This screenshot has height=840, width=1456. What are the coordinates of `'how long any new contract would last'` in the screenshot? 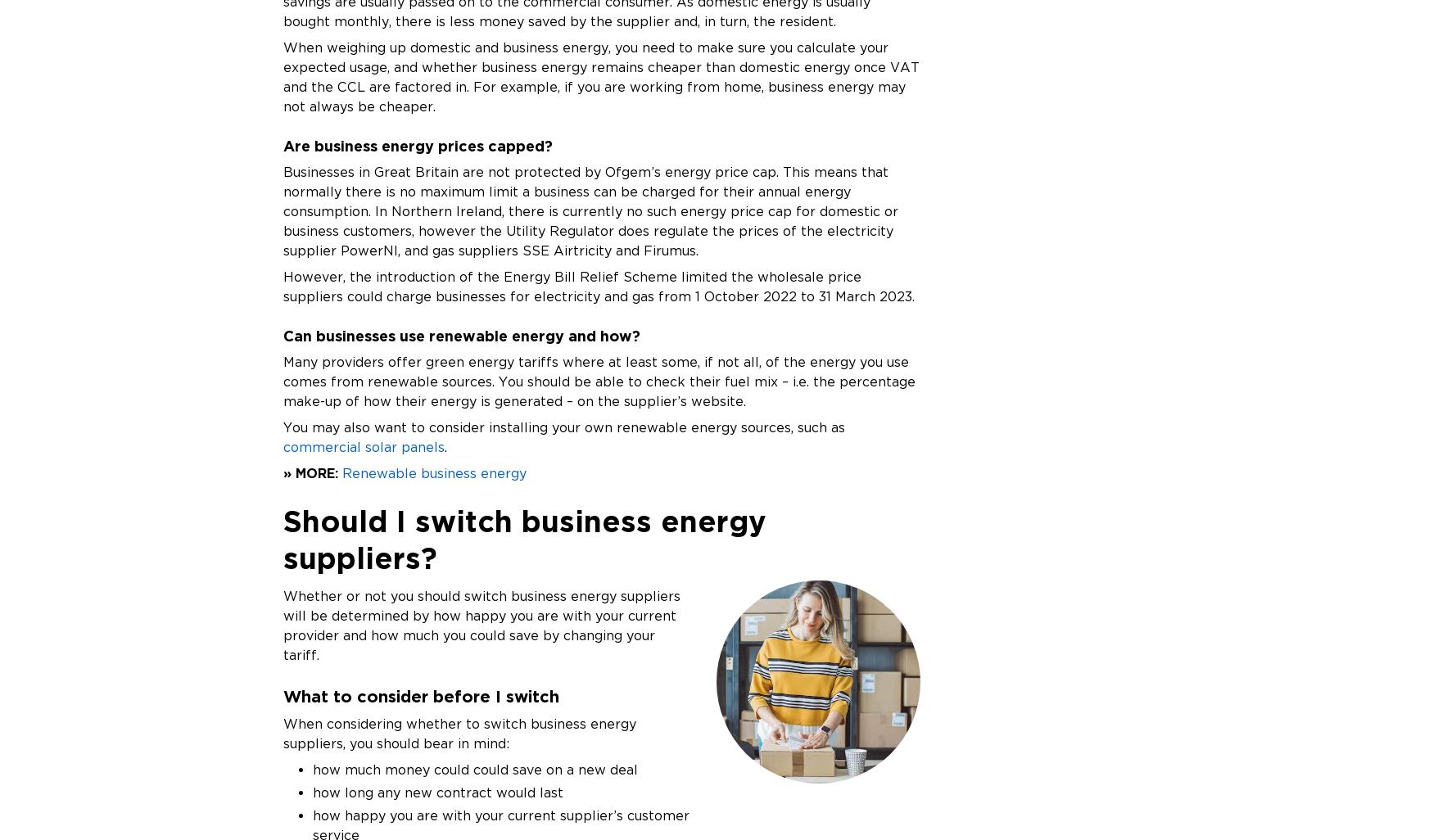 It's located at (438, 792).